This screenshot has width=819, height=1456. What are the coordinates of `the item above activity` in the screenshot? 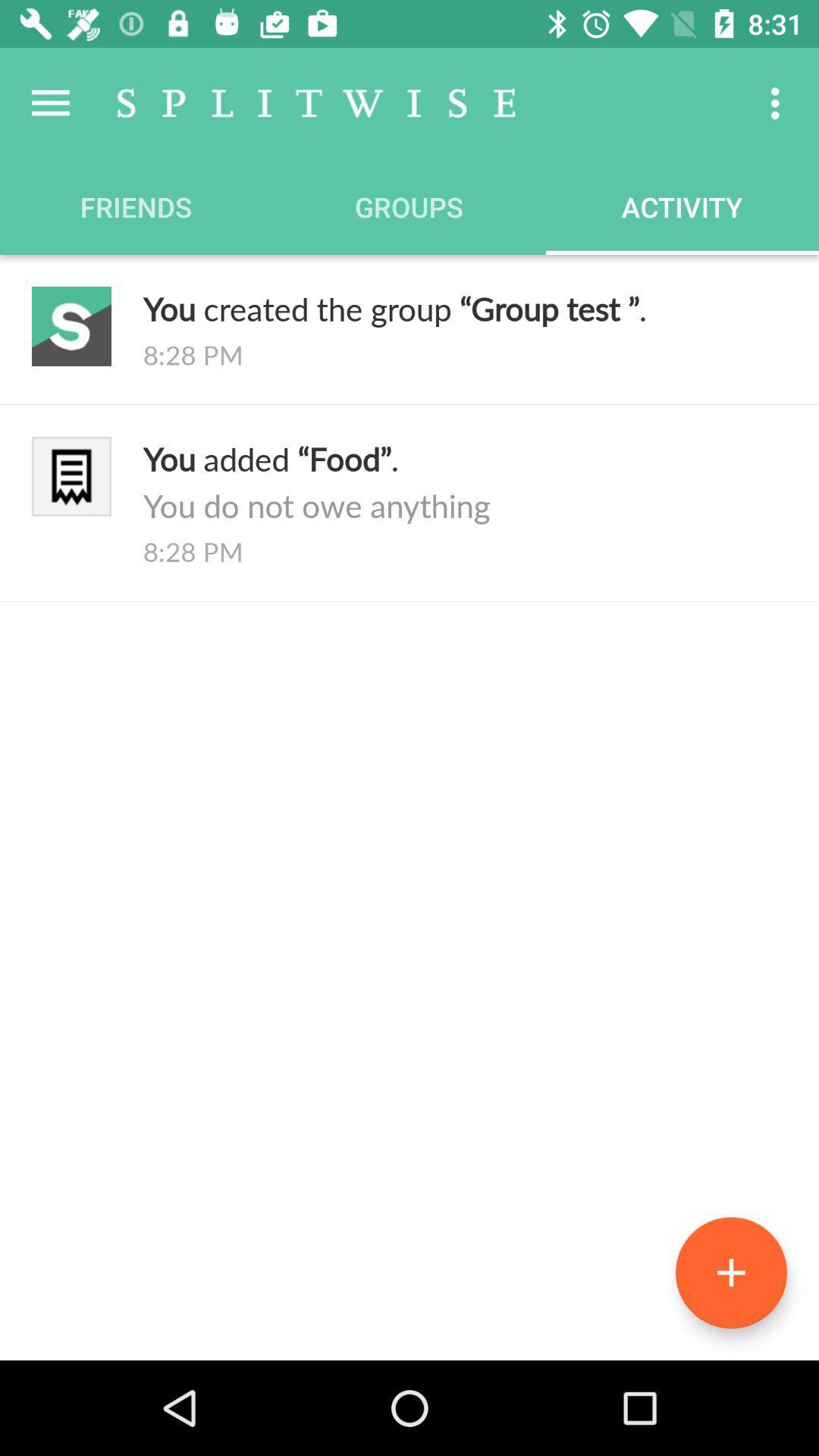 It's located at (779, 102).